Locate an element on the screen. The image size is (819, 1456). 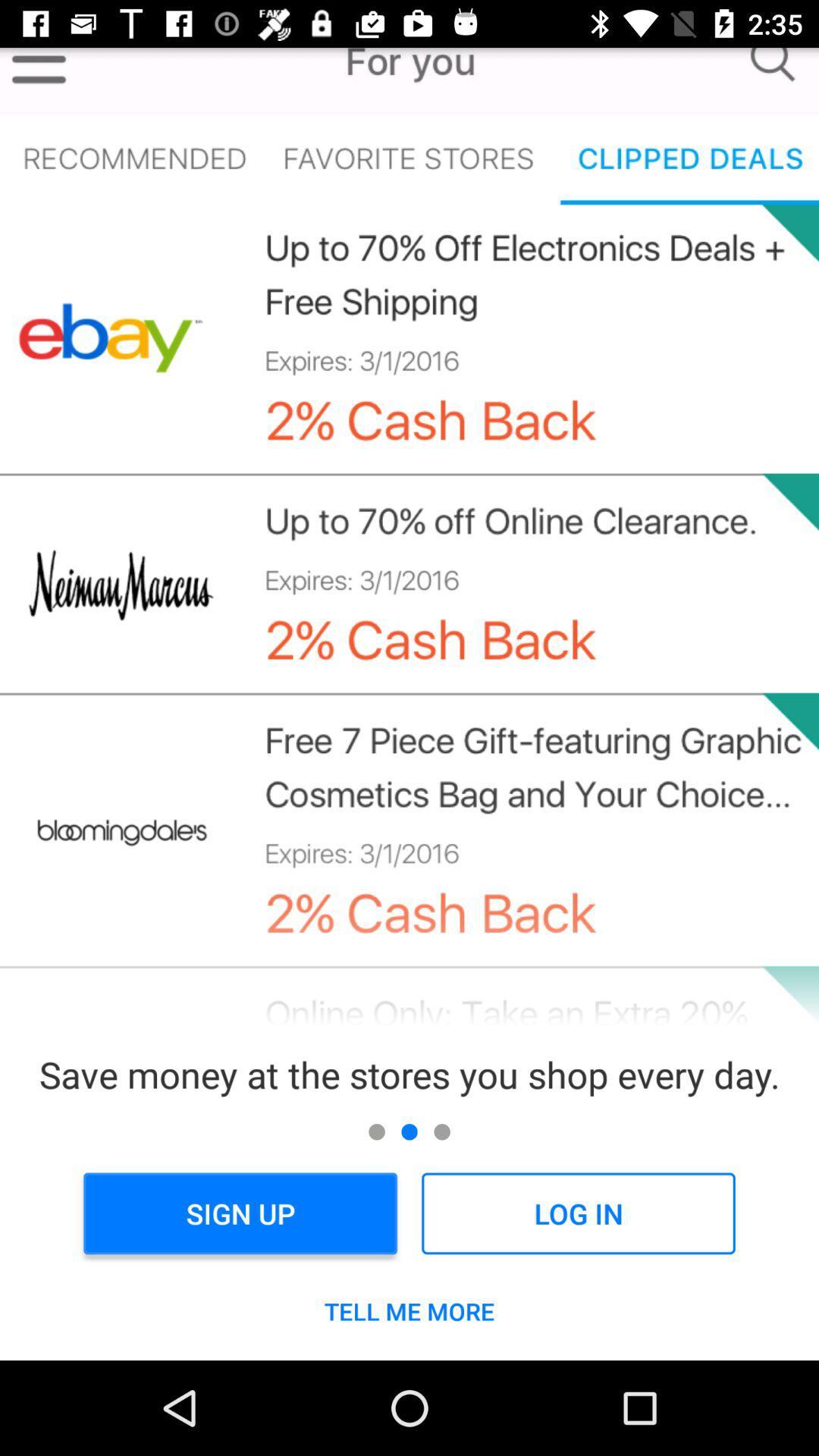
tell me more is located at coordinates (409, 1310).